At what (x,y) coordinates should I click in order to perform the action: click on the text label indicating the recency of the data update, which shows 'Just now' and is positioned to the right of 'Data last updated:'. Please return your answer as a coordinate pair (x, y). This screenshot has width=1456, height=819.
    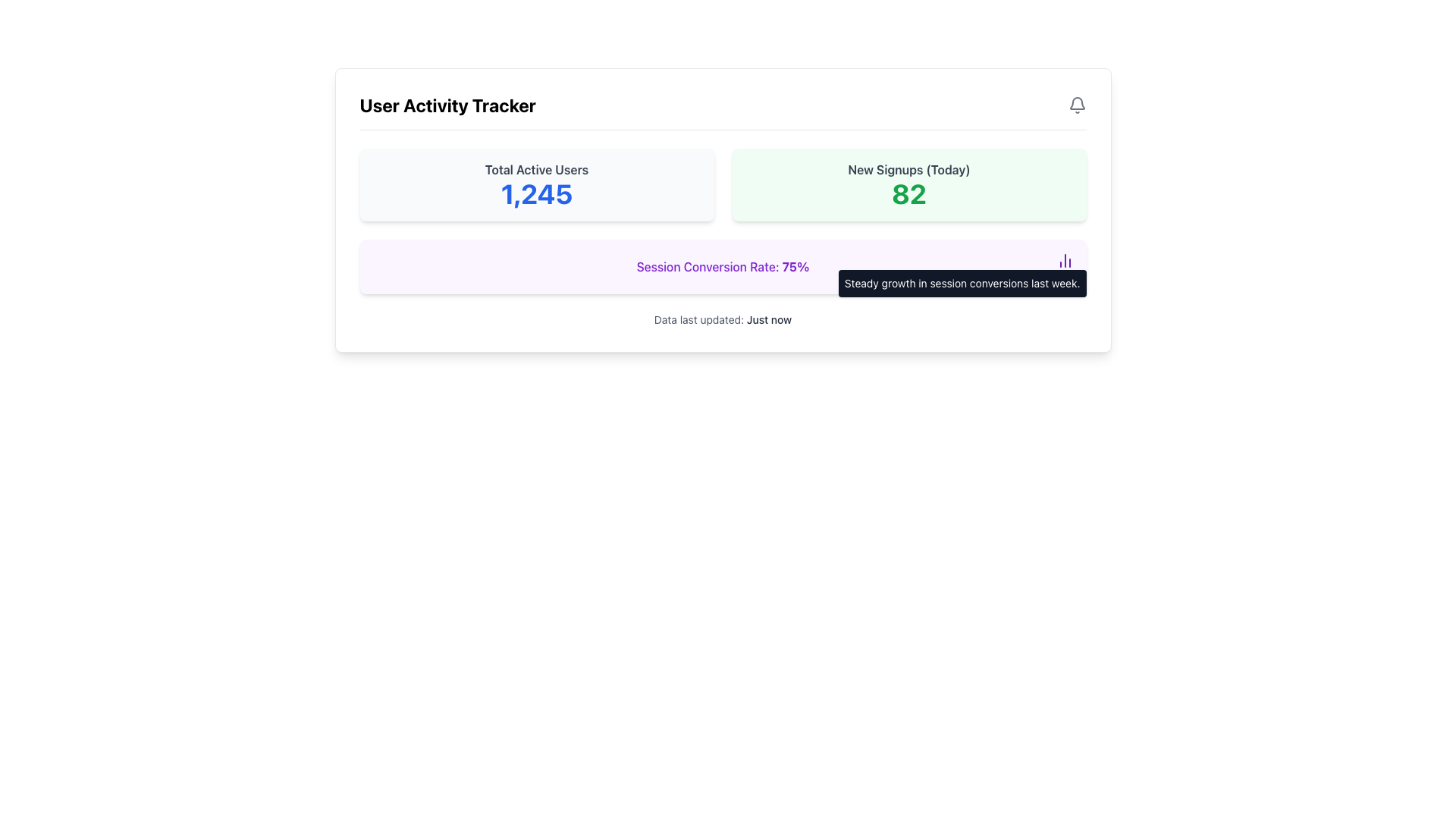
    Looking at the image, I should click on (769, 318).